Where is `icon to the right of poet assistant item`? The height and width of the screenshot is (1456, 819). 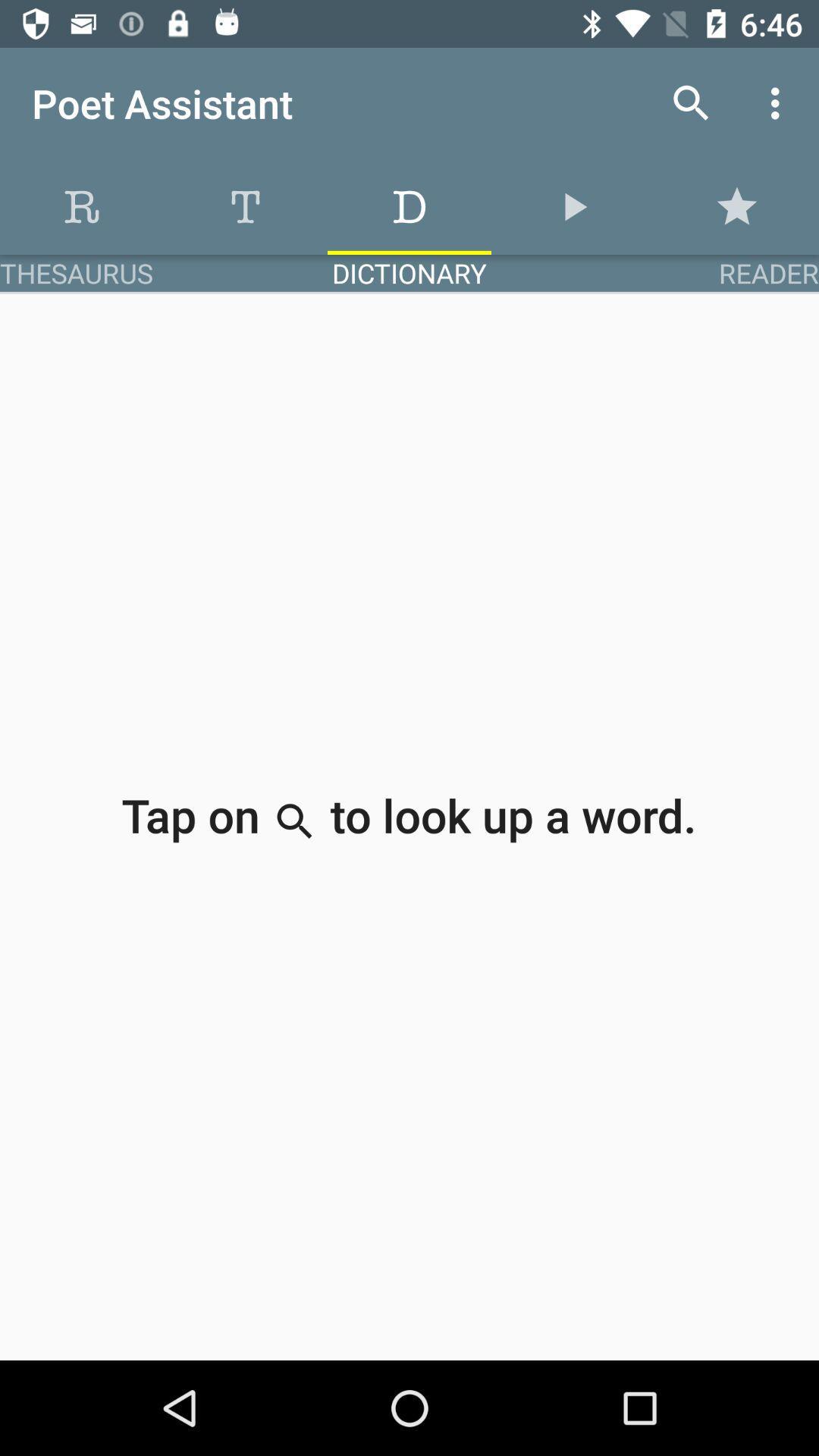
icon to the right of poet assistant item is located at coordinates (691, 102).